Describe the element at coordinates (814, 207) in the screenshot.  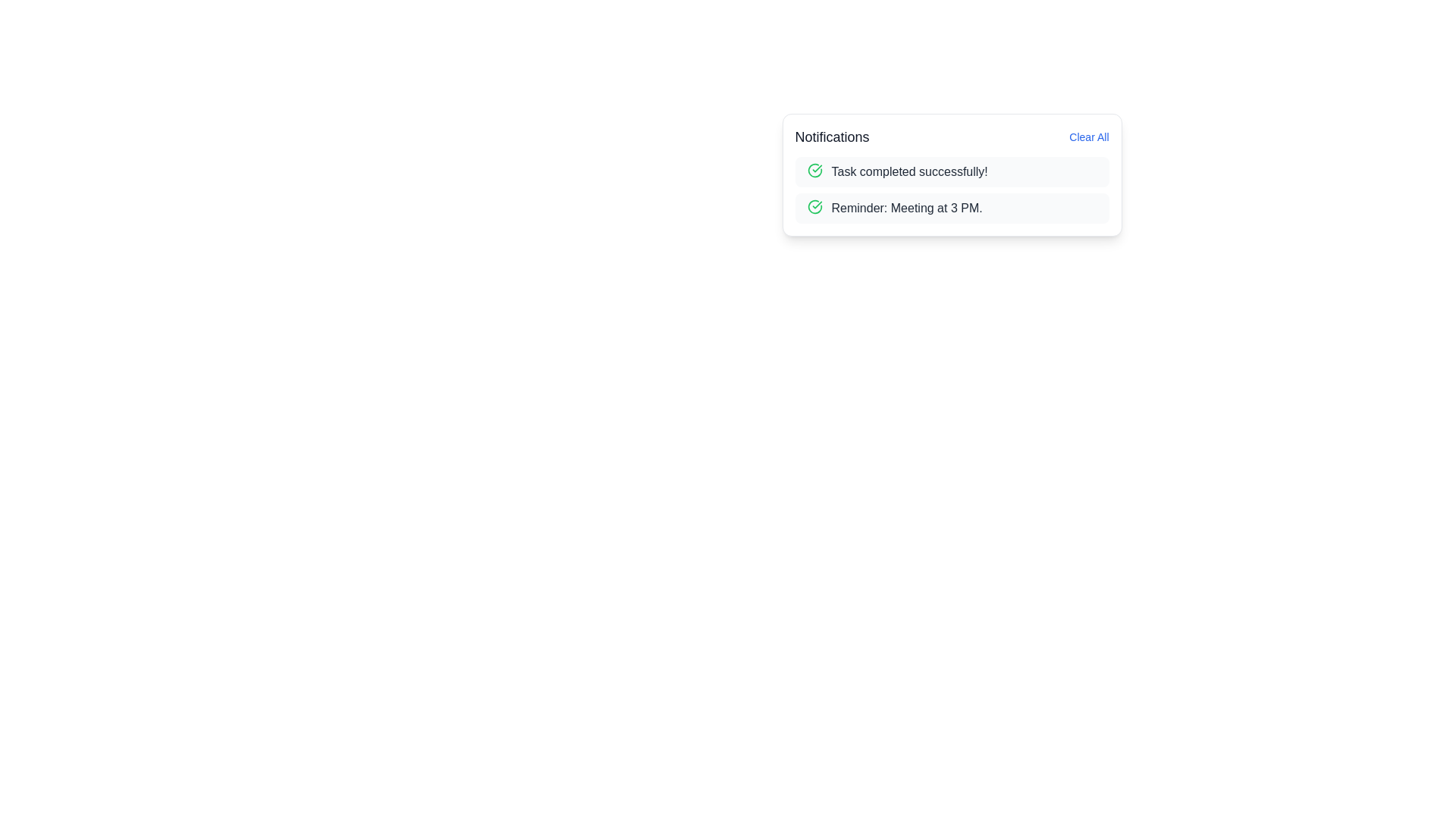
I see `the circular green checkmark icon located to the left of the text 'Reminder: Meeting at 3 PM.'` at that location.